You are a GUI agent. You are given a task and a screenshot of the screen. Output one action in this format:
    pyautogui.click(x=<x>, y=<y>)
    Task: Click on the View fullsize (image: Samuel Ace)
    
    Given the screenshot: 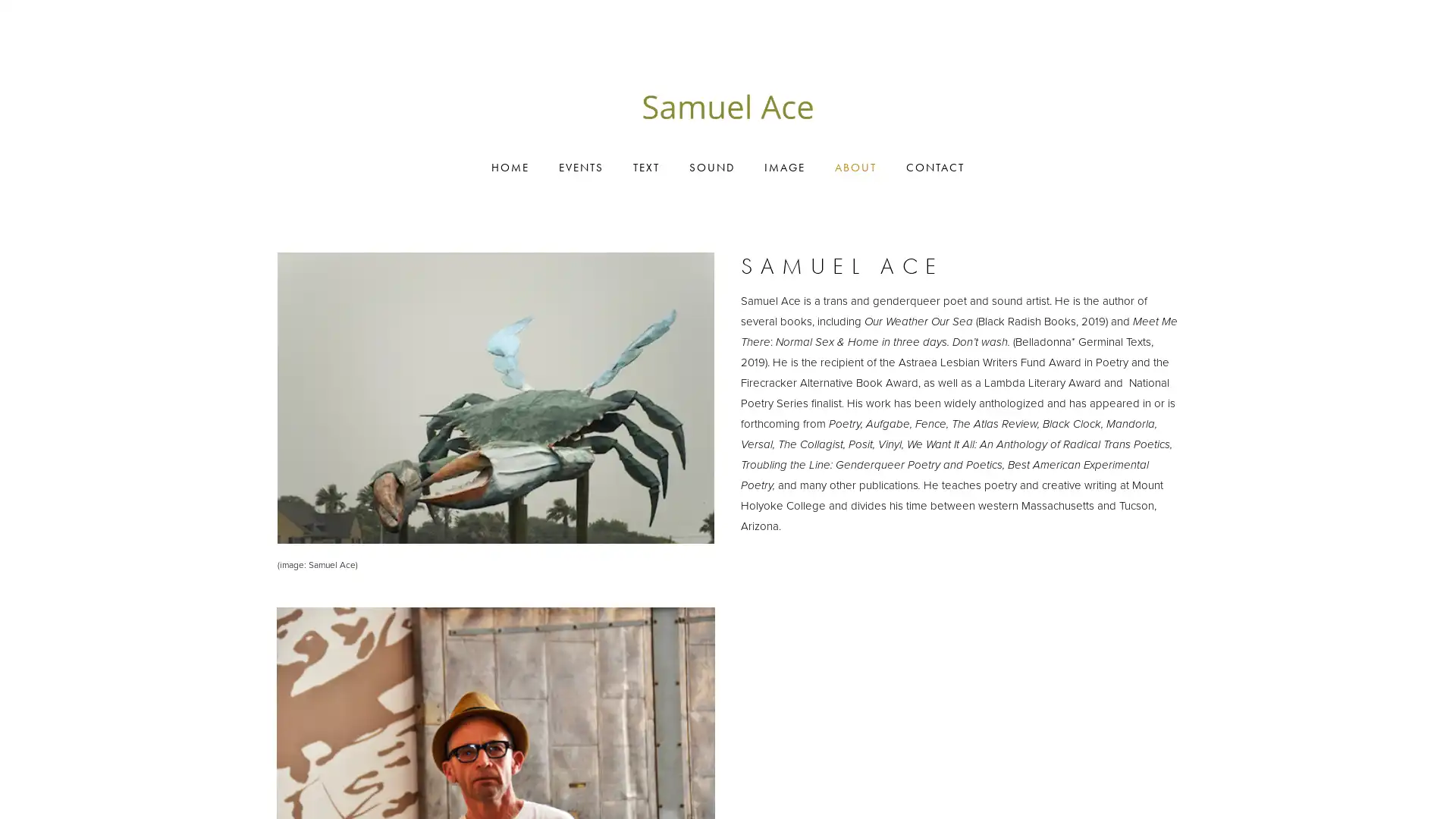 What is the action you would take?
    pyautogui.click(x=495, y=397)
    